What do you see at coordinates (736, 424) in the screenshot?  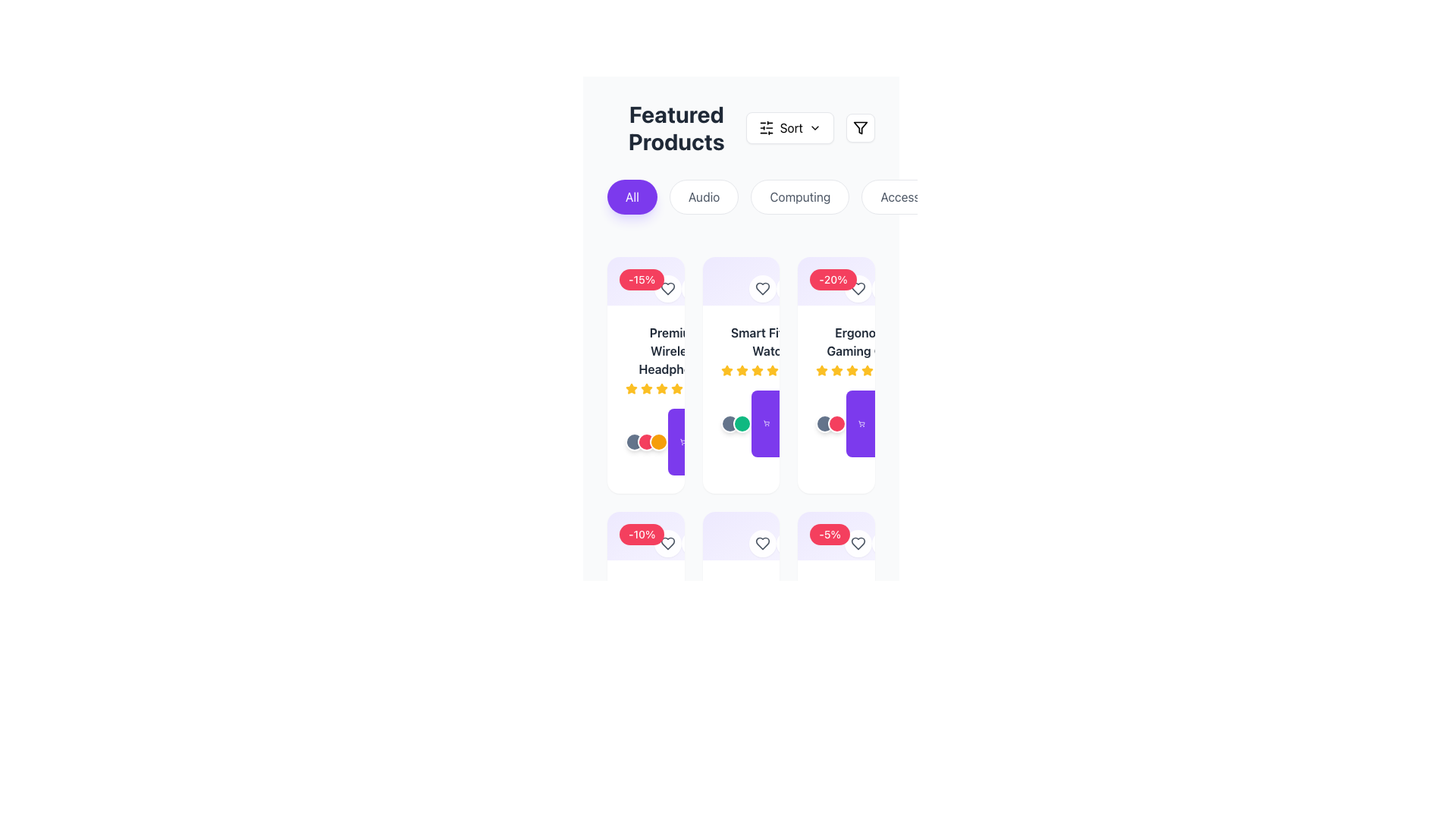 I see `the green circle in the Interactive color selection options located below the rating stars of the 'Smart Fit Watch' card` at bounding box center [736, 424].